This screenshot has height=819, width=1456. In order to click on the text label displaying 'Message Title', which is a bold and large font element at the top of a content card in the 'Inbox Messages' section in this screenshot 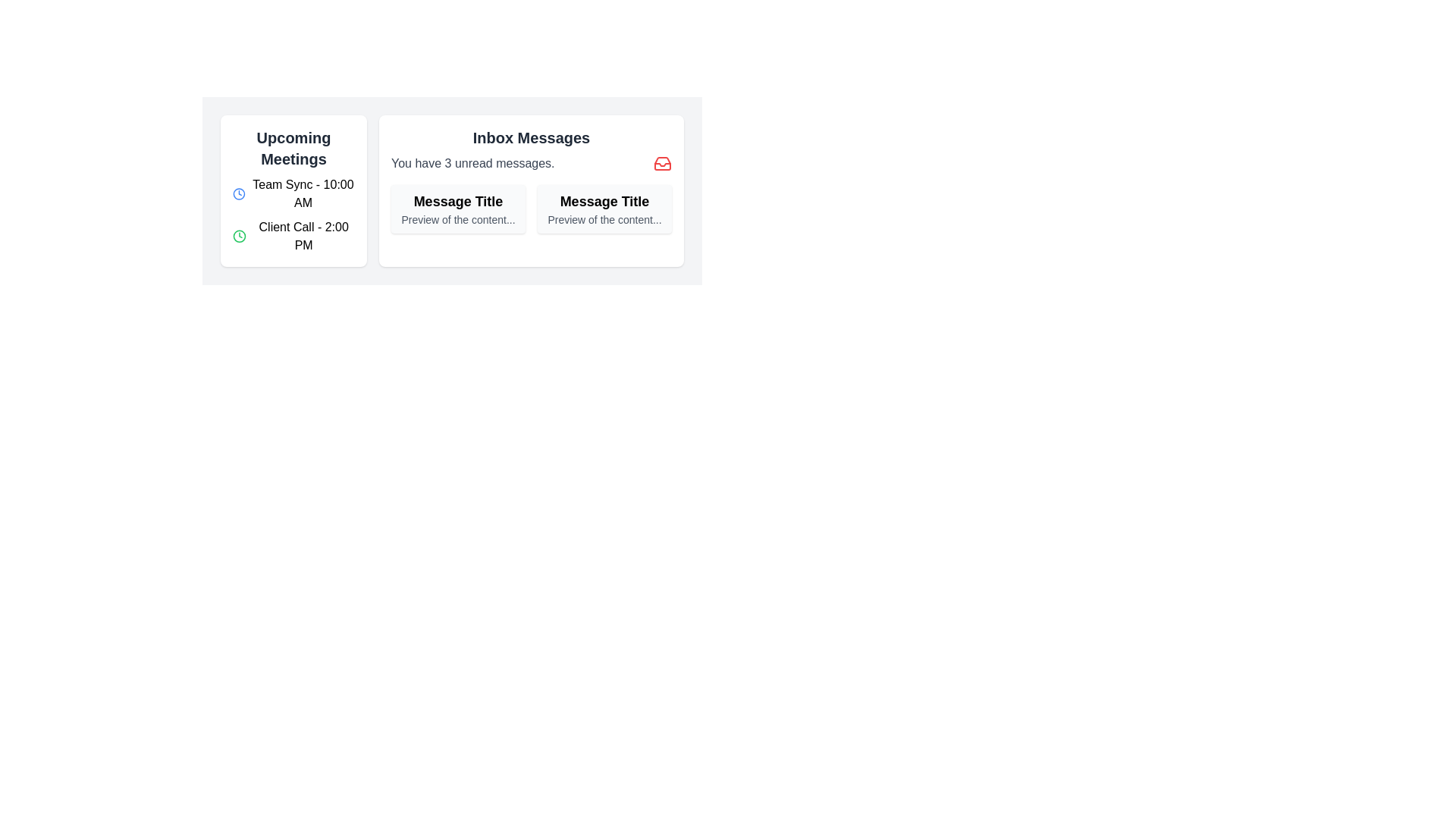, I will do `click(604, 201)`.